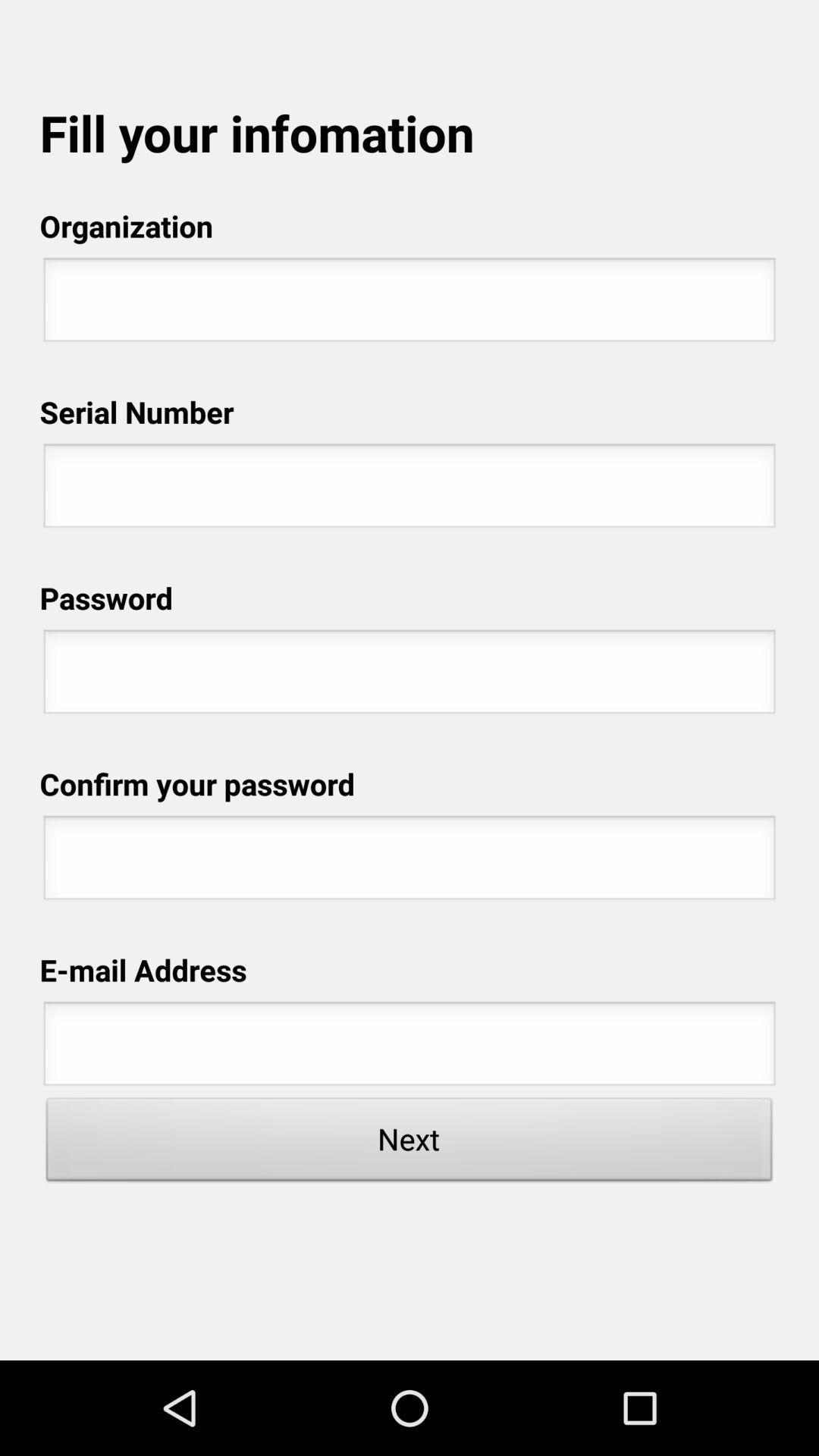  I want to click on your serial number, so click(409, 490).